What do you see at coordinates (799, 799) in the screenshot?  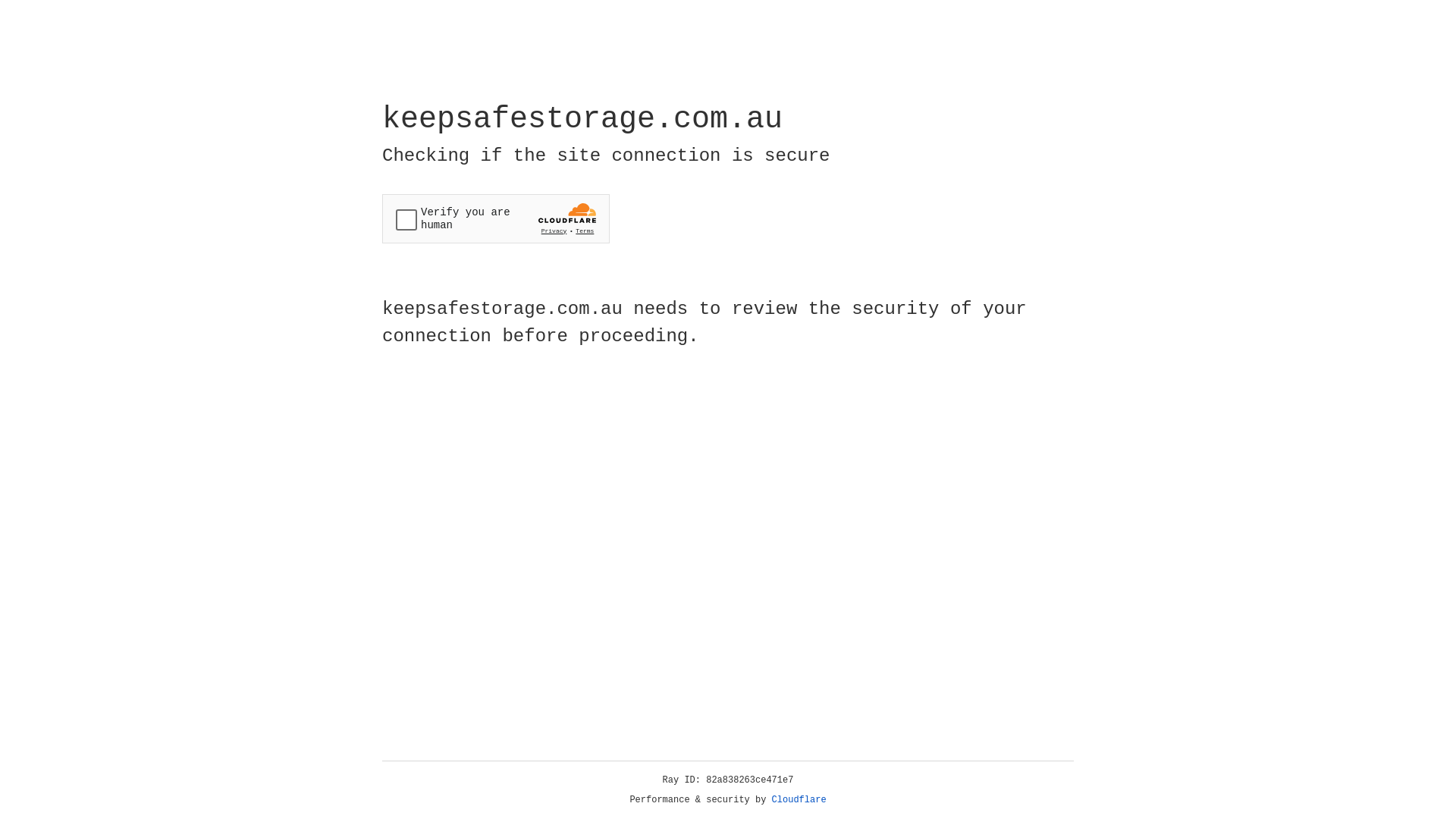 I see `'Cloudflare'` at bounding box center [799, 799].